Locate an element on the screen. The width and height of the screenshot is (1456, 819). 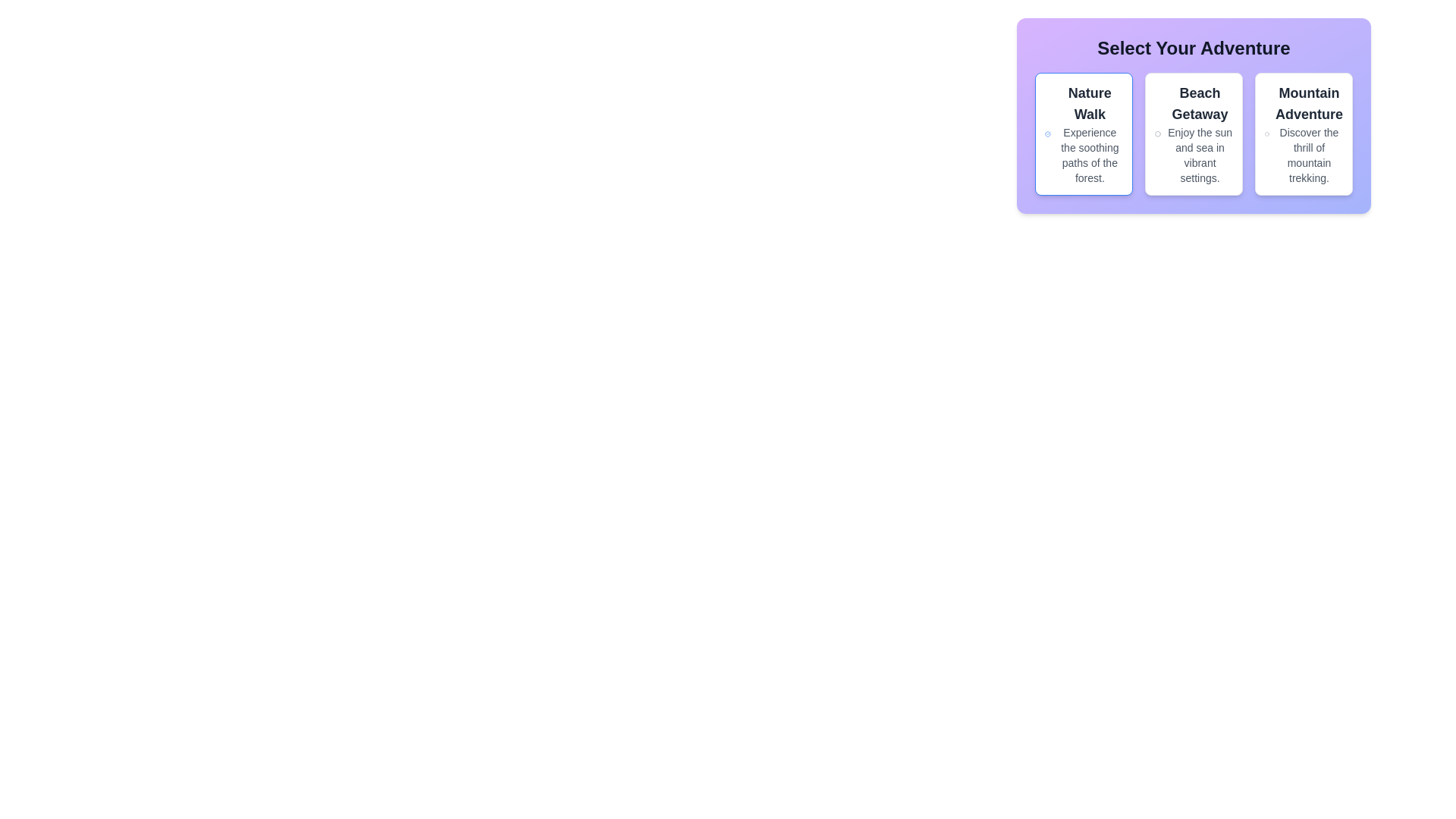
information provided in the descriptive label for the 'Nature Walk' option located in the first card under the title 'Select Your Adventure.' is located at coordinates (1089, 133).